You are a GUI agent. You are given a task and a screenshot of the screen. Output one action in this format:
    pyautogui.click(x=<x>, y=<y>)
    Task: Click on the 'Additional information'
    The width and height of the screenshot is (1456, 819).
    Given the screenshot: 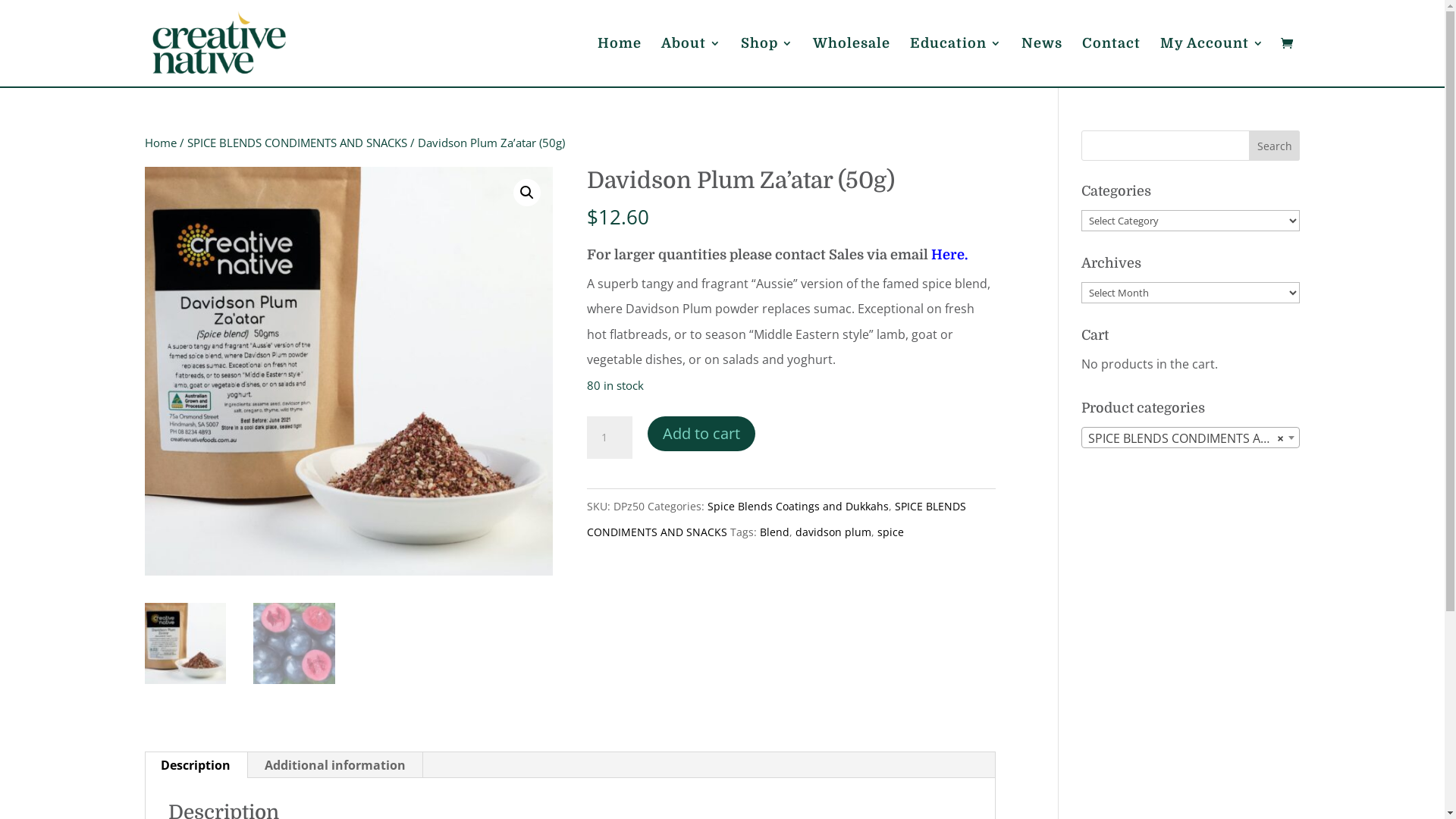 What is the action you would take?
    pyautogui.click(x=334, y=765)
    